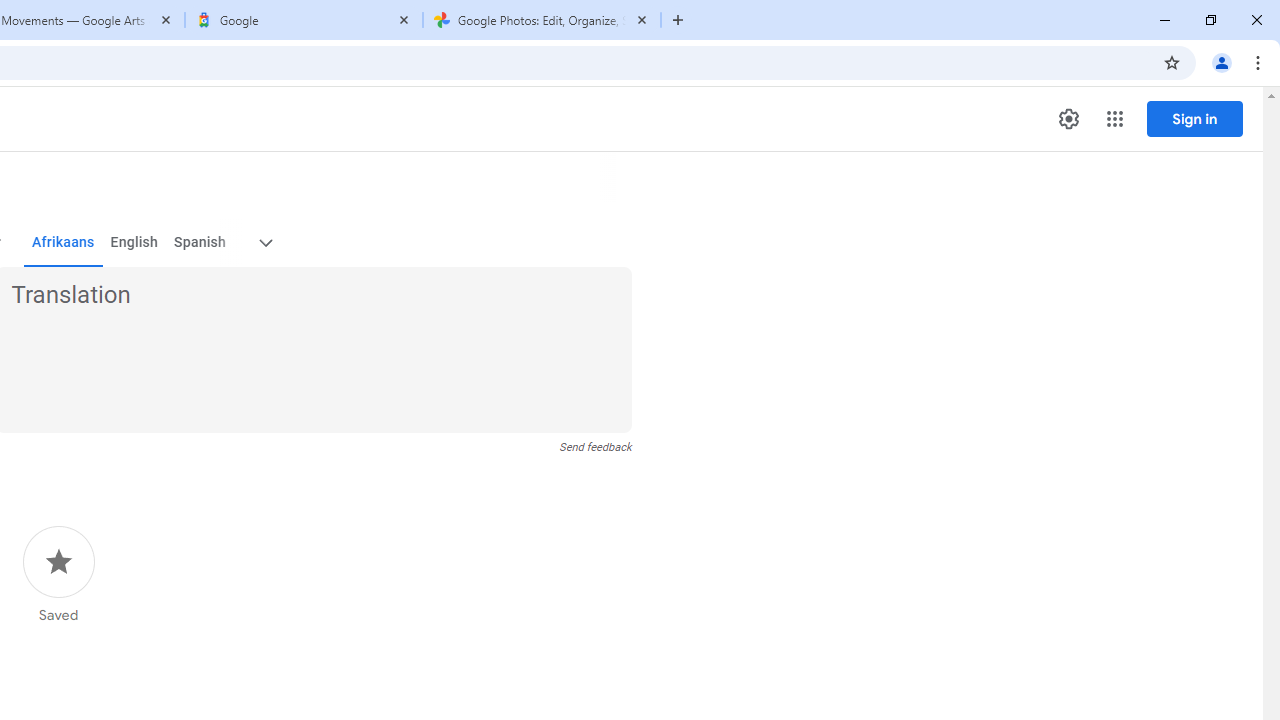 The height and width of the screenshot is (720, 1280). Describe the element at coordinates (199, 242) in the screenshot. I see `'Spanish'` at that location.